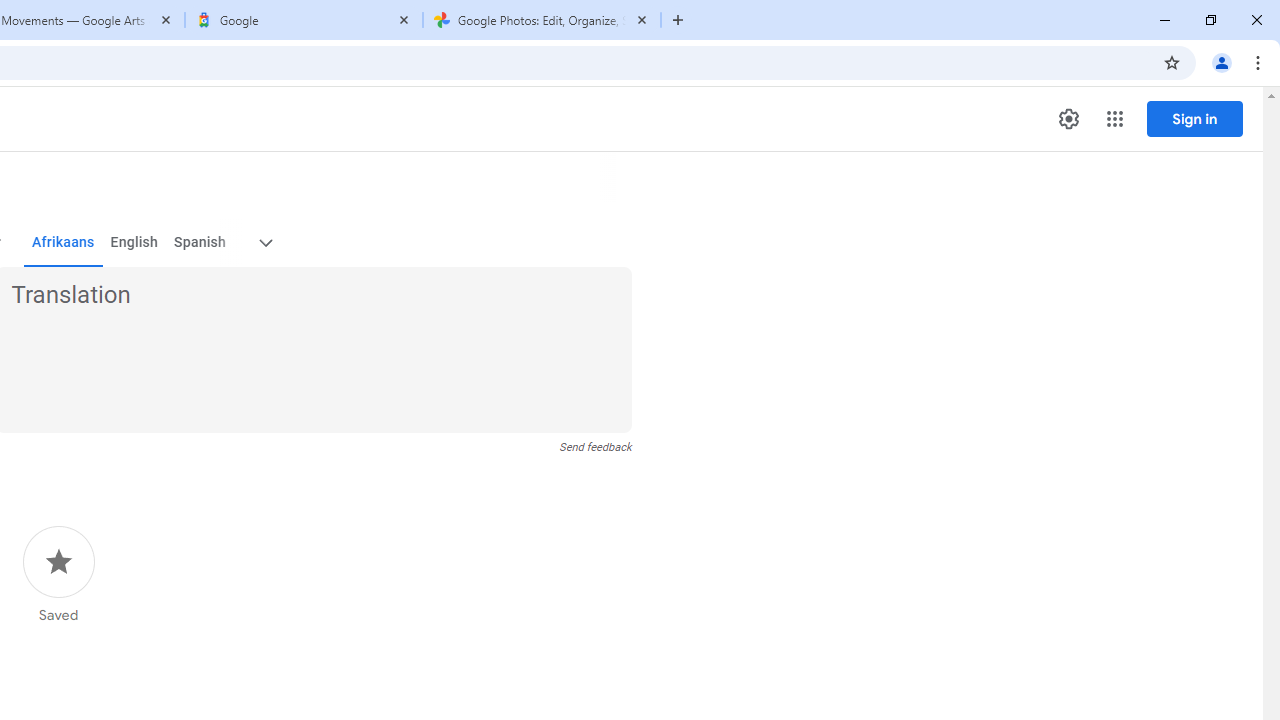 The height and width of the screenshot is (720, 1280). Describe the element at coordinates (199, 242) in the screenshot. I see `'Spanish'` at that location.